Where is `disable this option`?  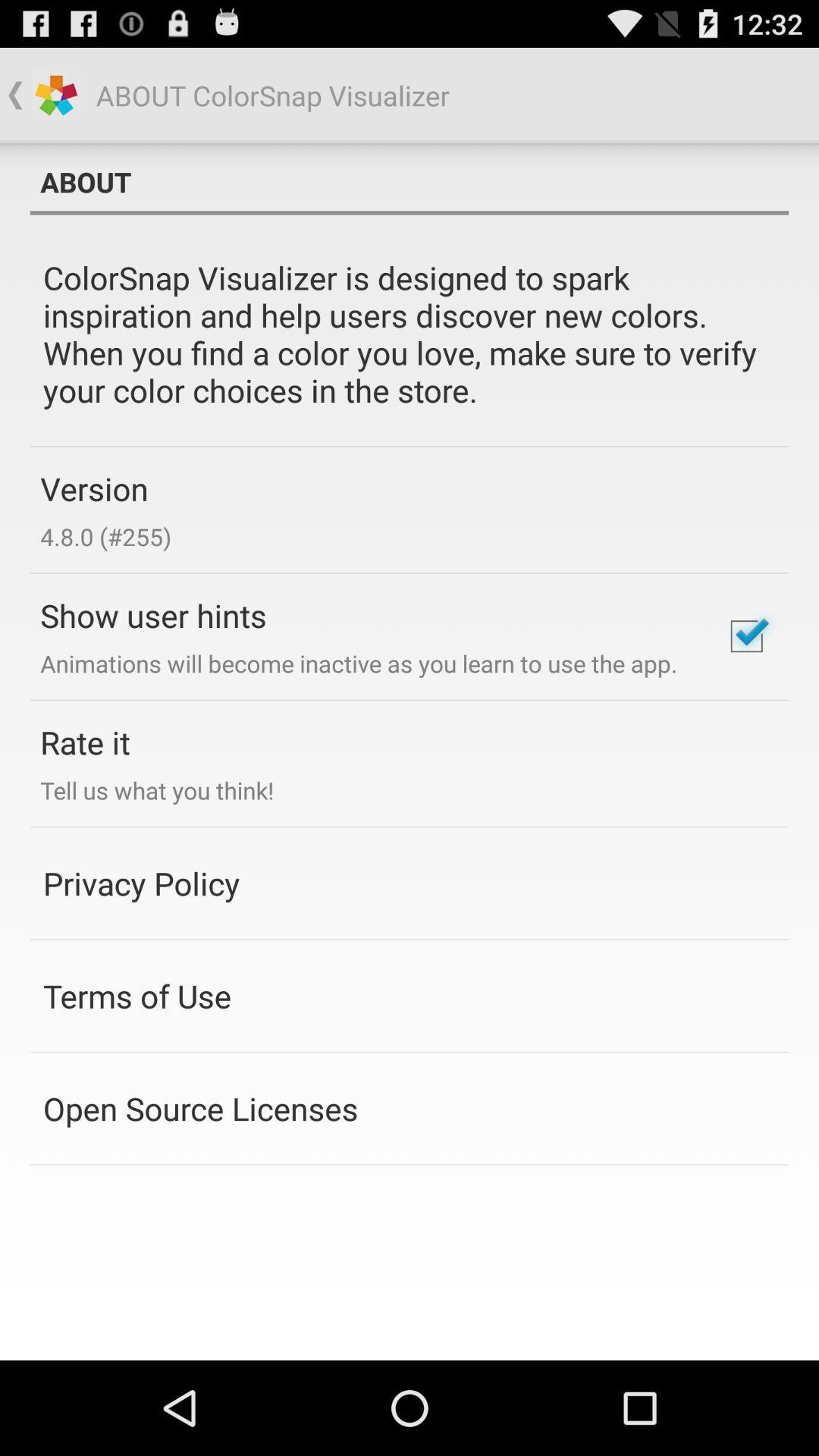 disable this option is located at coordinates (745, 636).